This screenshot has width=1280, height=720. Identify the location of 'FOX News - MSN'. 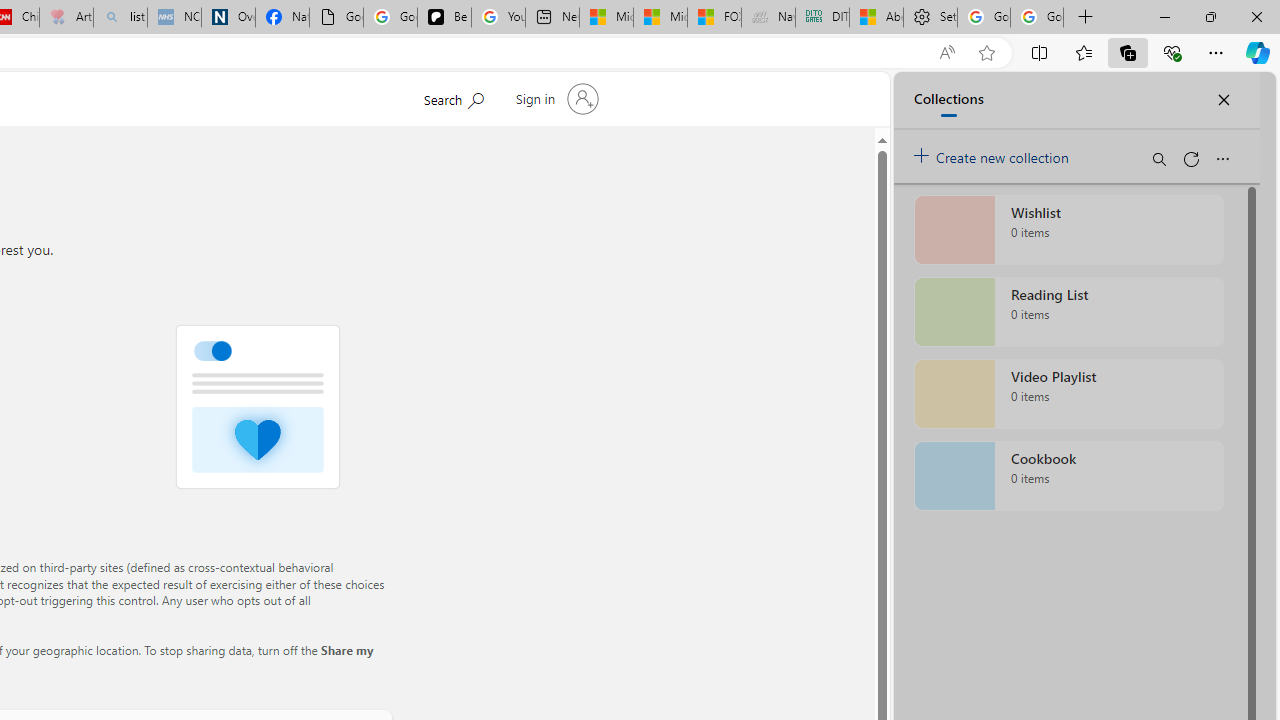
(714, 17).